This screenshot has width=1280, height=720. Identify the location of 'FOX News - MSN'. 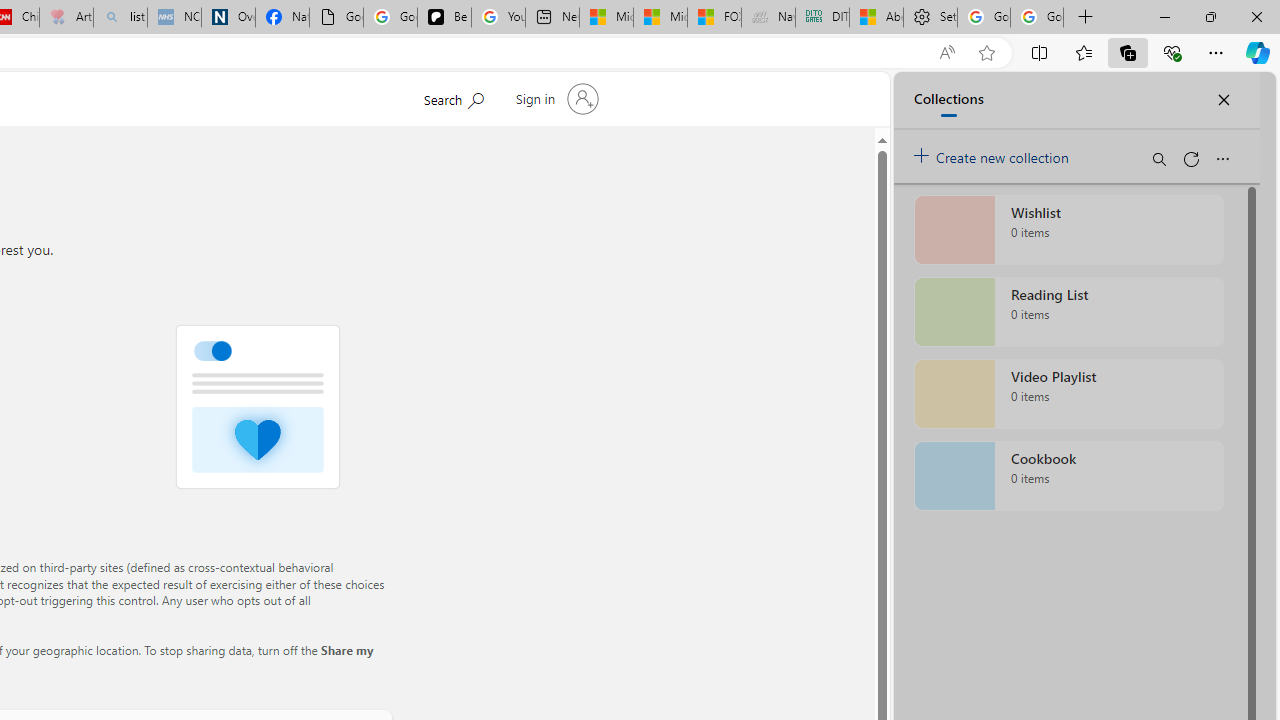
(714, 17).